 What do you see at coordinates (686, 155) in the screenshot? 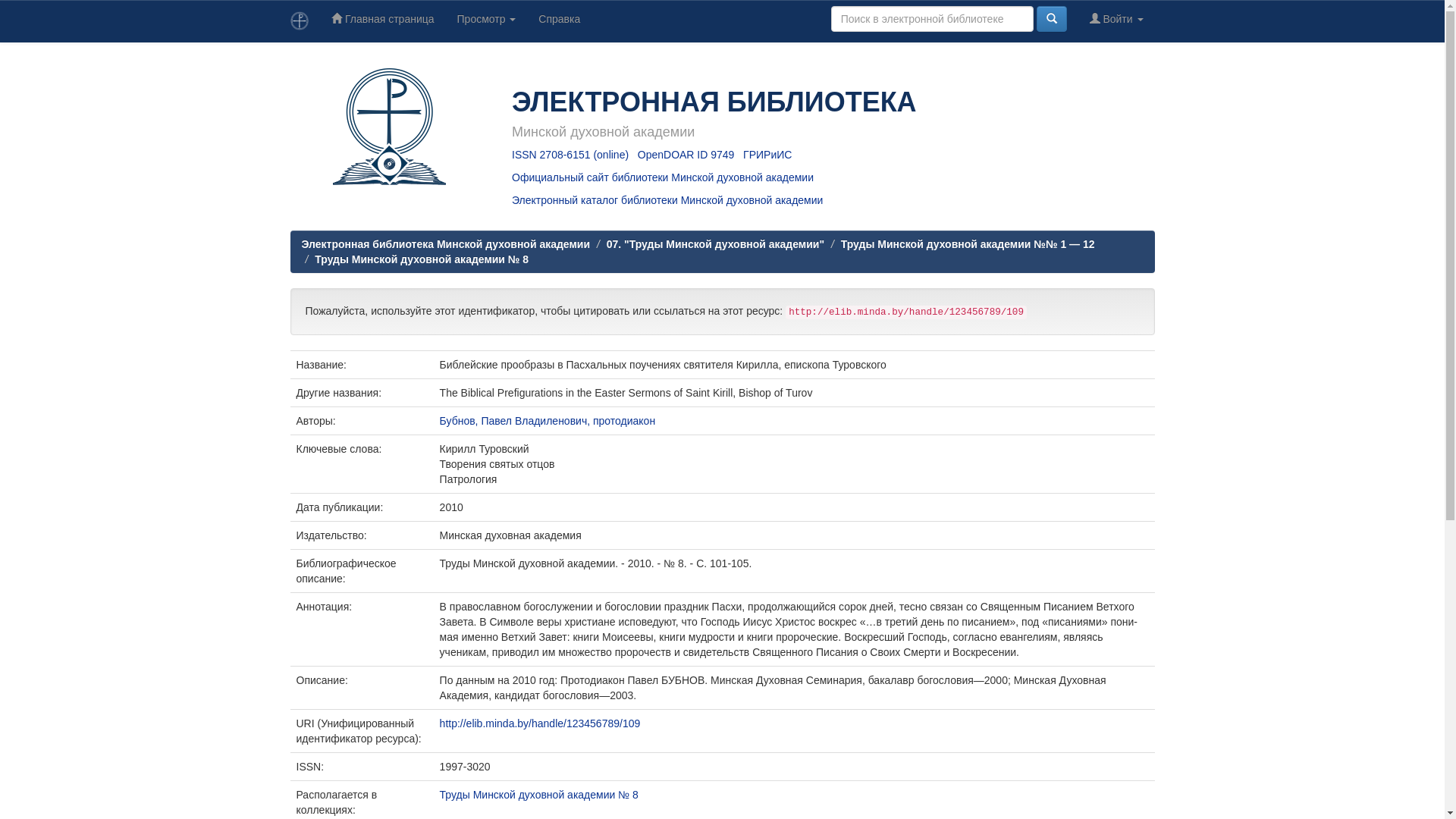
I see `'OpenDOAR ID 9749'` at bounding box center [686, 155].